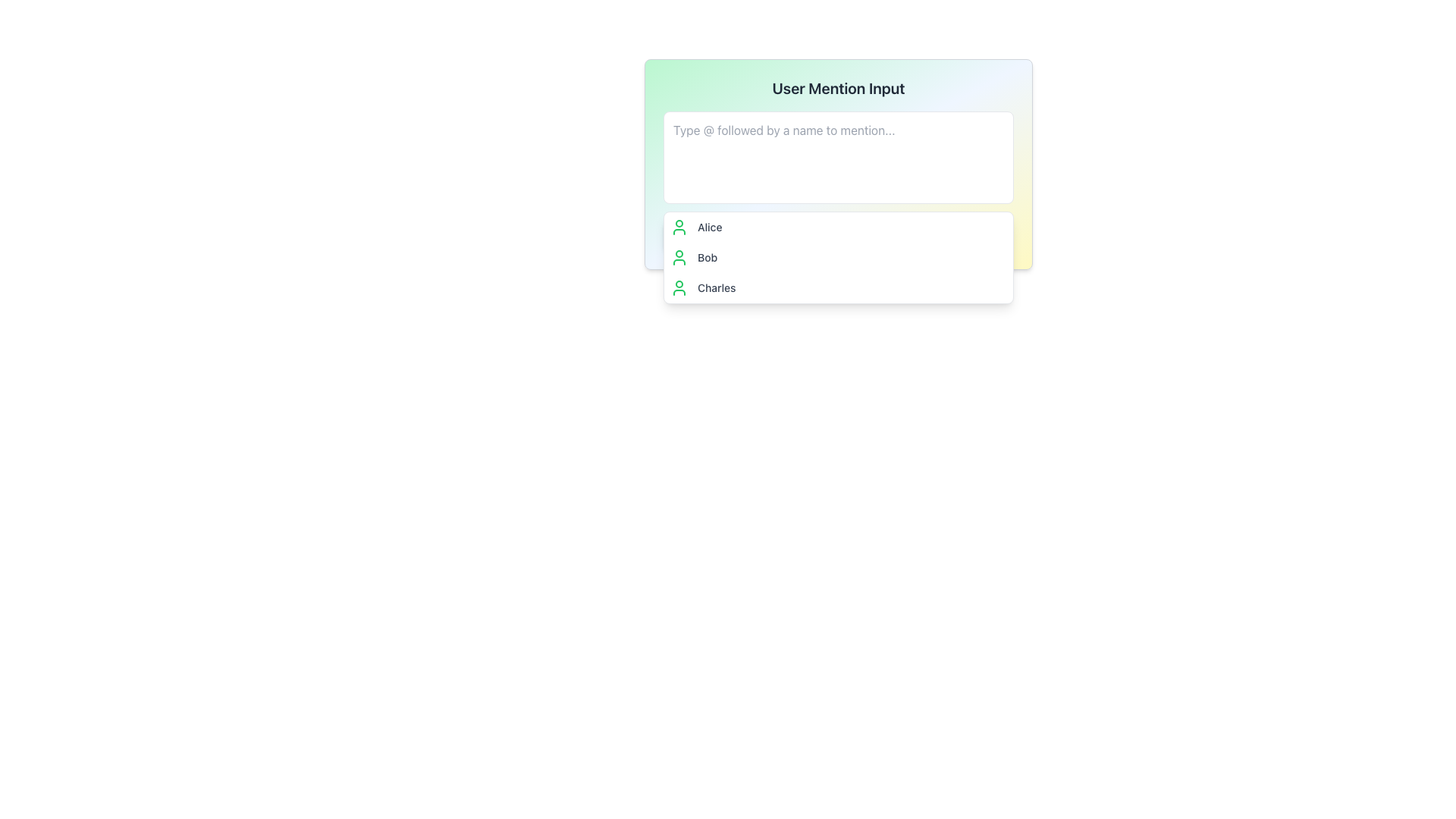  I want to click on the selectable user option named 'Charles' in the dropdown menu below the 'User Mention Input' input box, so click(837, 288).